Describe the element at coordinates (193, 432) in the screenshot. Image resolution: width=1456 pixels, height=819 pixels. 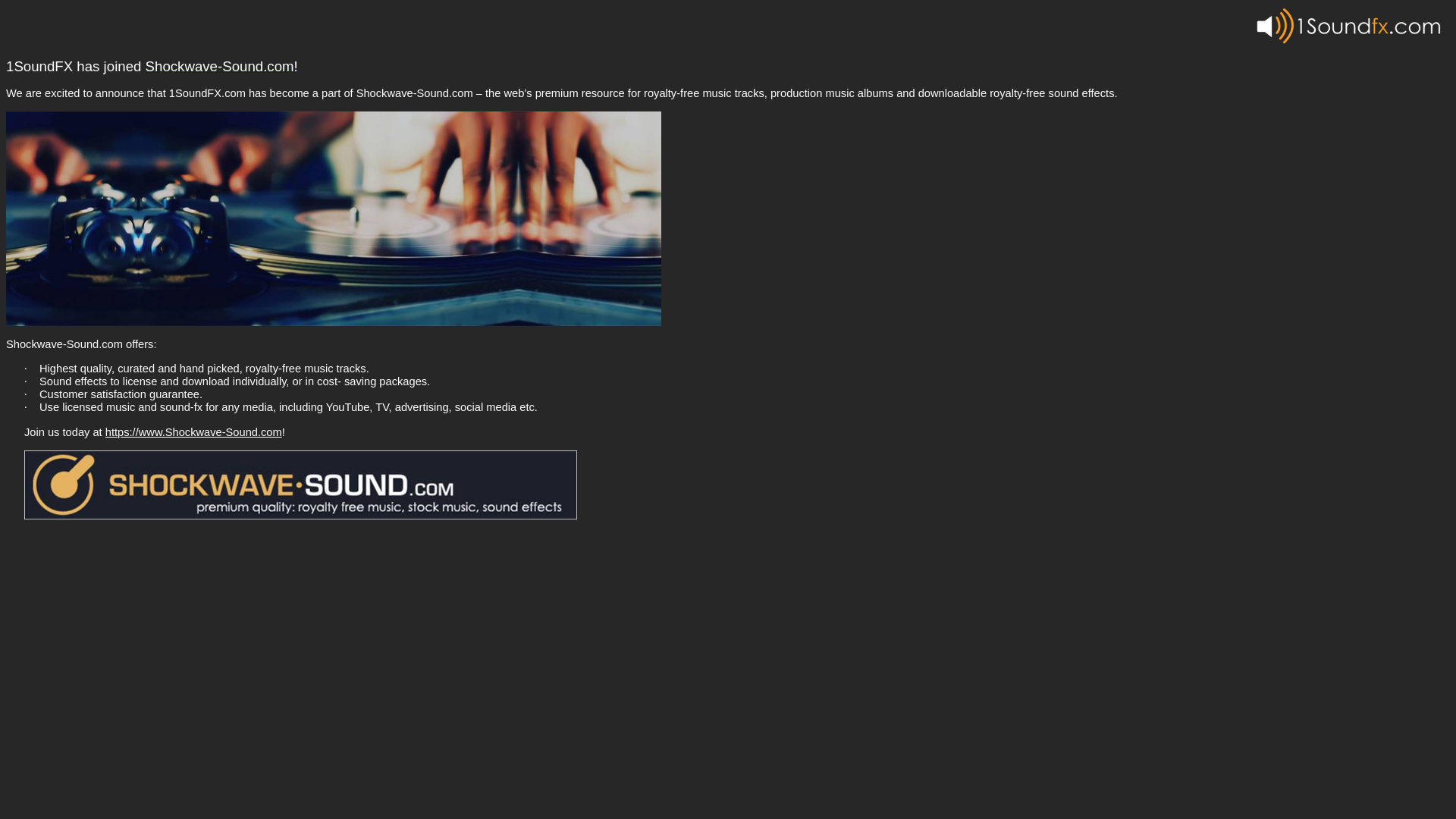
I see `'https://www.Shockwave-Sound.com'` at that location.